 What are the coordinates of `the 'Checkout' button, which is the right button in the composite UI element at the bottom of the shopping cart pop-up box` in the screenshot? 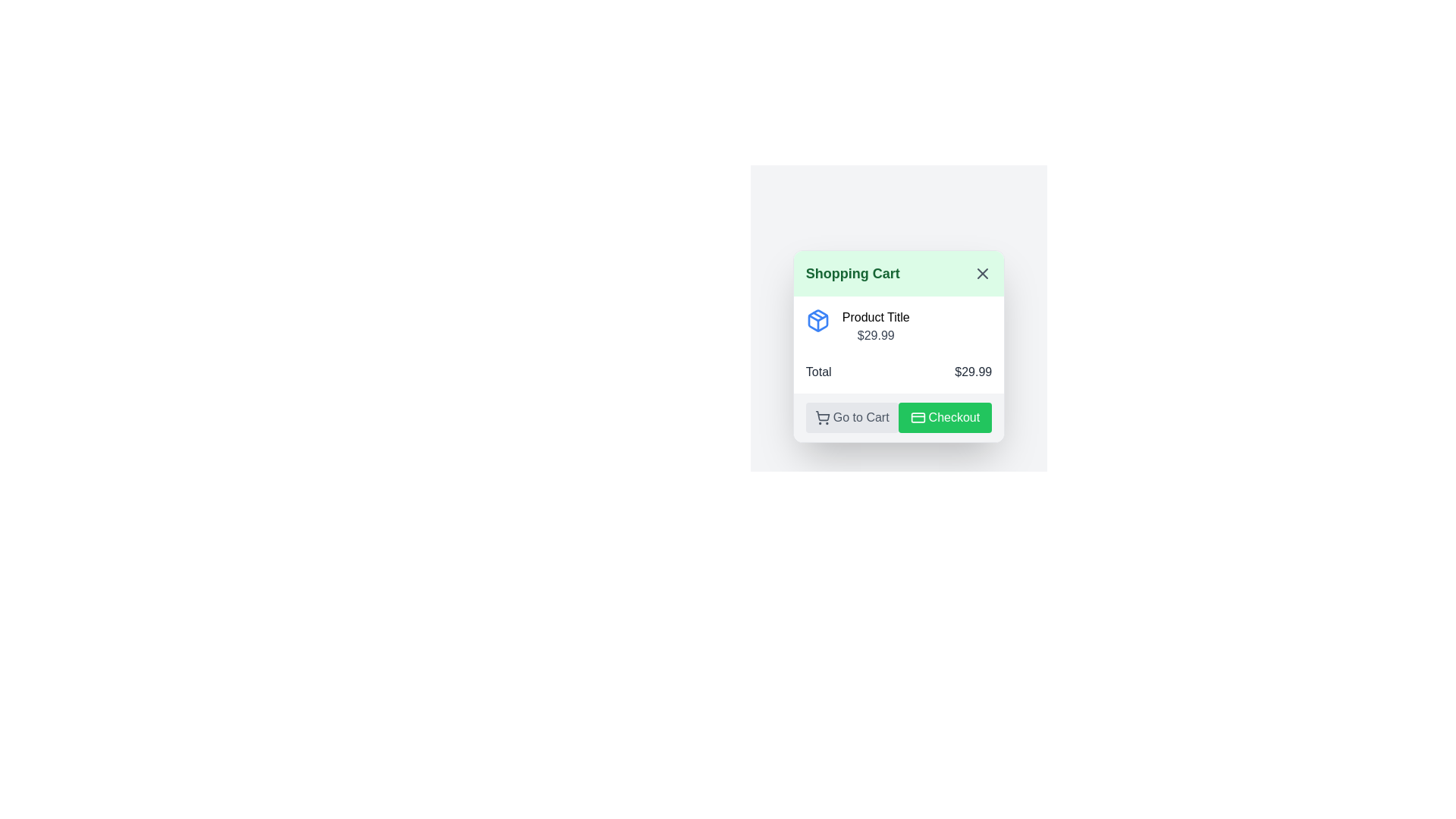 It's located at (899, 418).